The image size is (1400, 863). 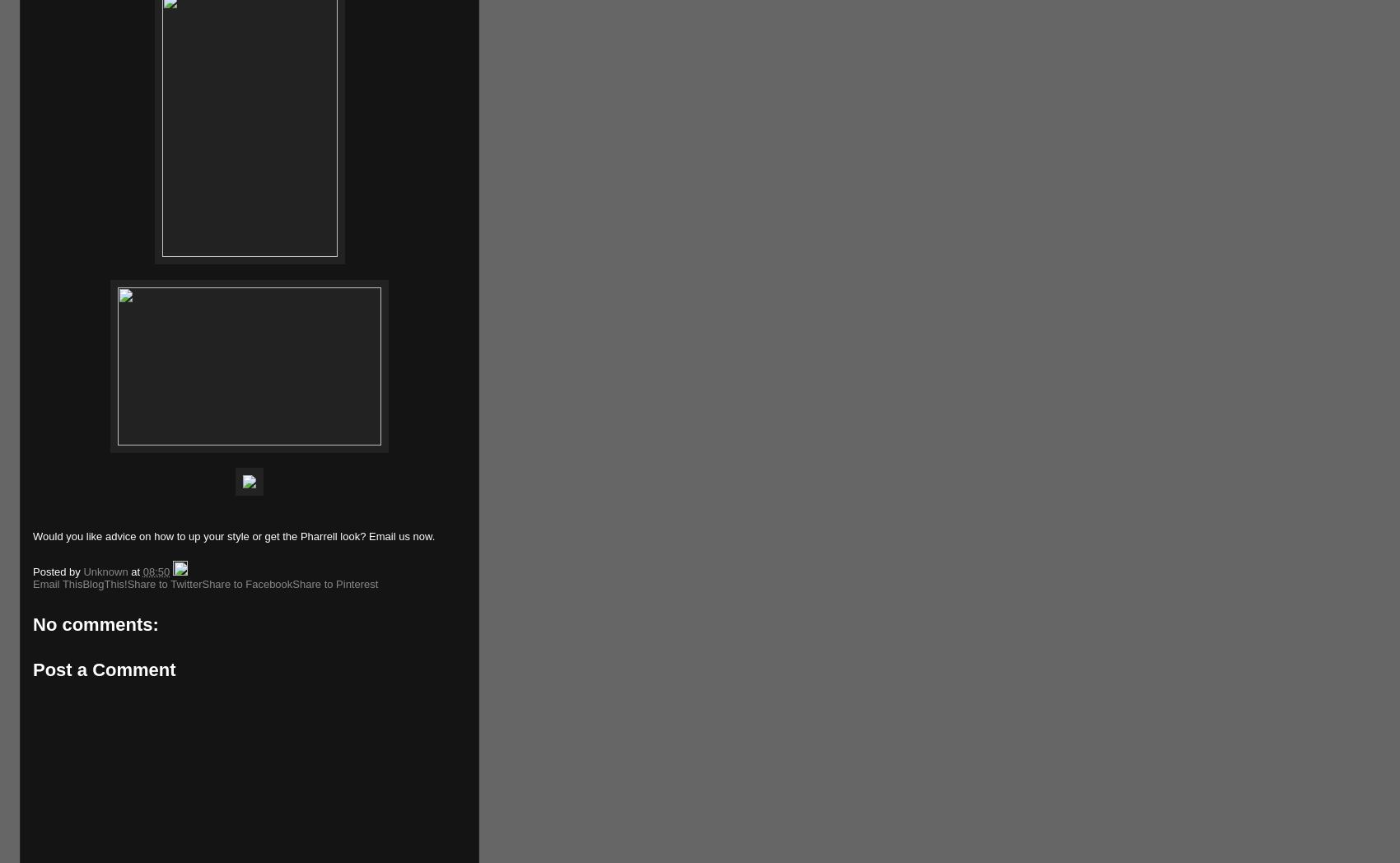 I want to click on 'Share to Pinterest', so click(x=291, y=582).